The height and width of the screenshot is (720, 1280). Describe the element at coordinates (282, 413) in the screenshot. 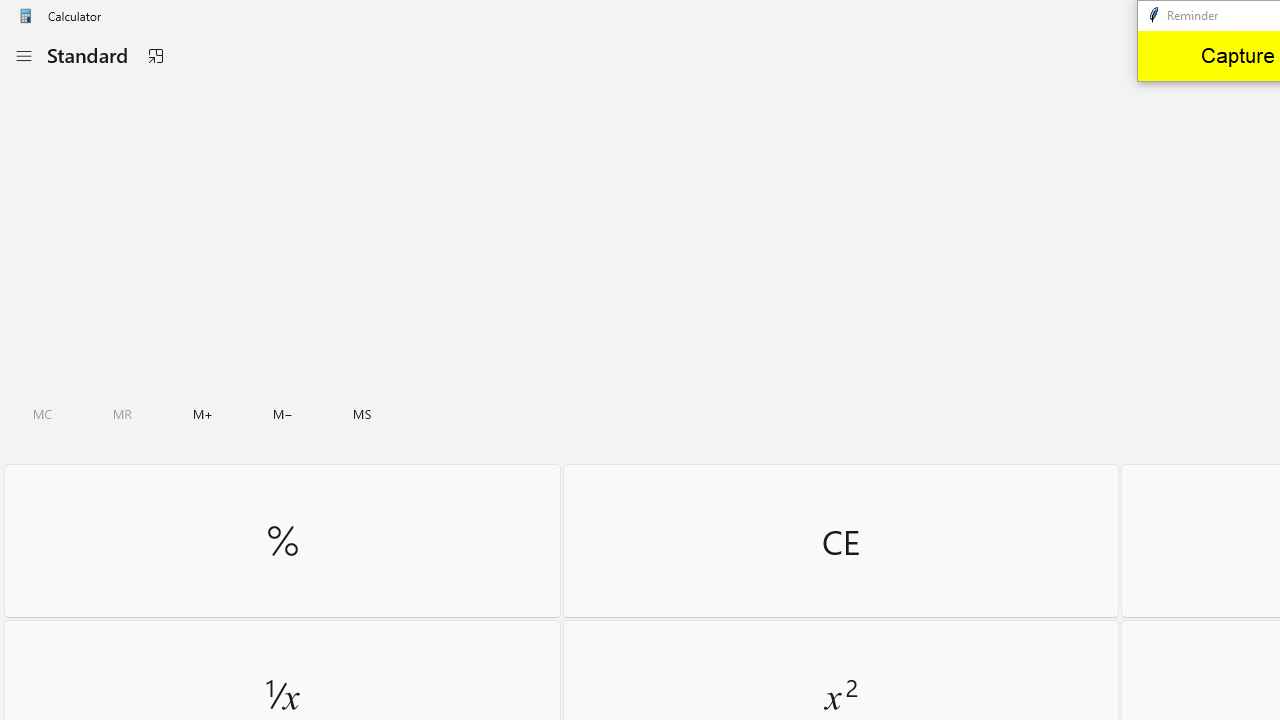

I see `'Memory subtract'` at that location.